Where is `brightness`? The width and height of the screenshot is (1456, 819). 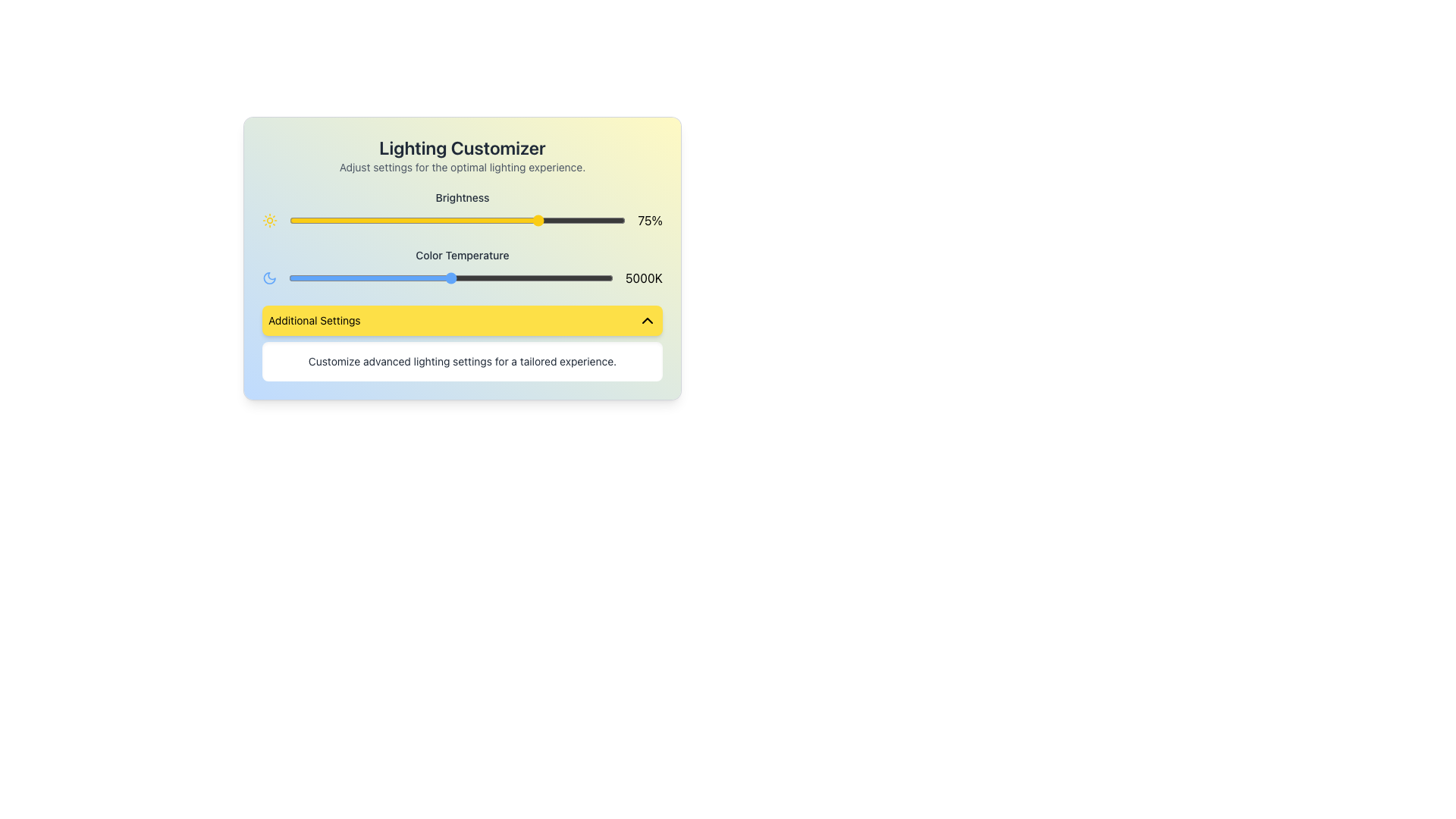 brightness is located at coordinates (413, 220).